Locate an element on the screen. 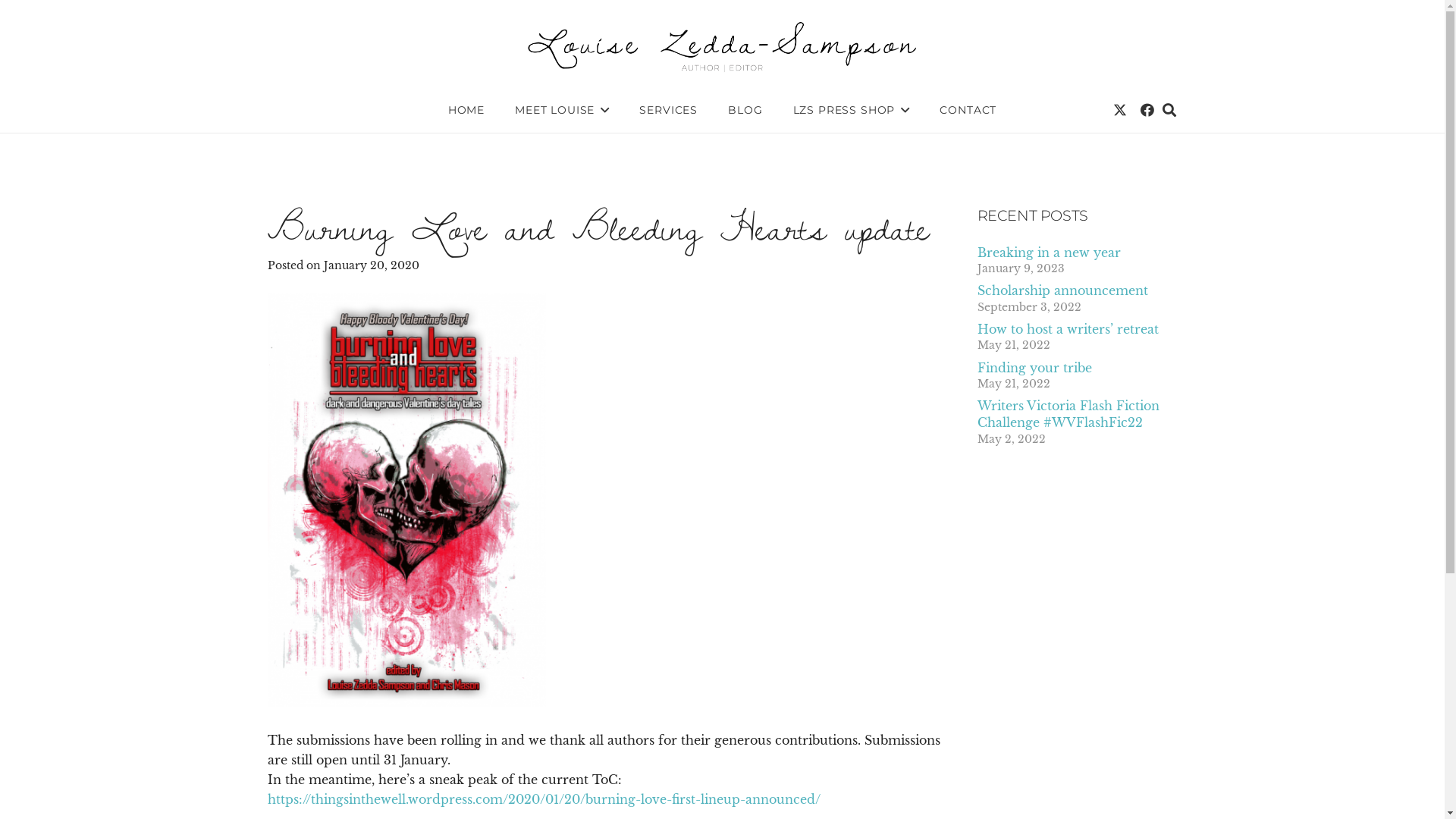 The width and height of the screenshot is (1456, 819). 'BLOG' is located at coordinates (745, 109).